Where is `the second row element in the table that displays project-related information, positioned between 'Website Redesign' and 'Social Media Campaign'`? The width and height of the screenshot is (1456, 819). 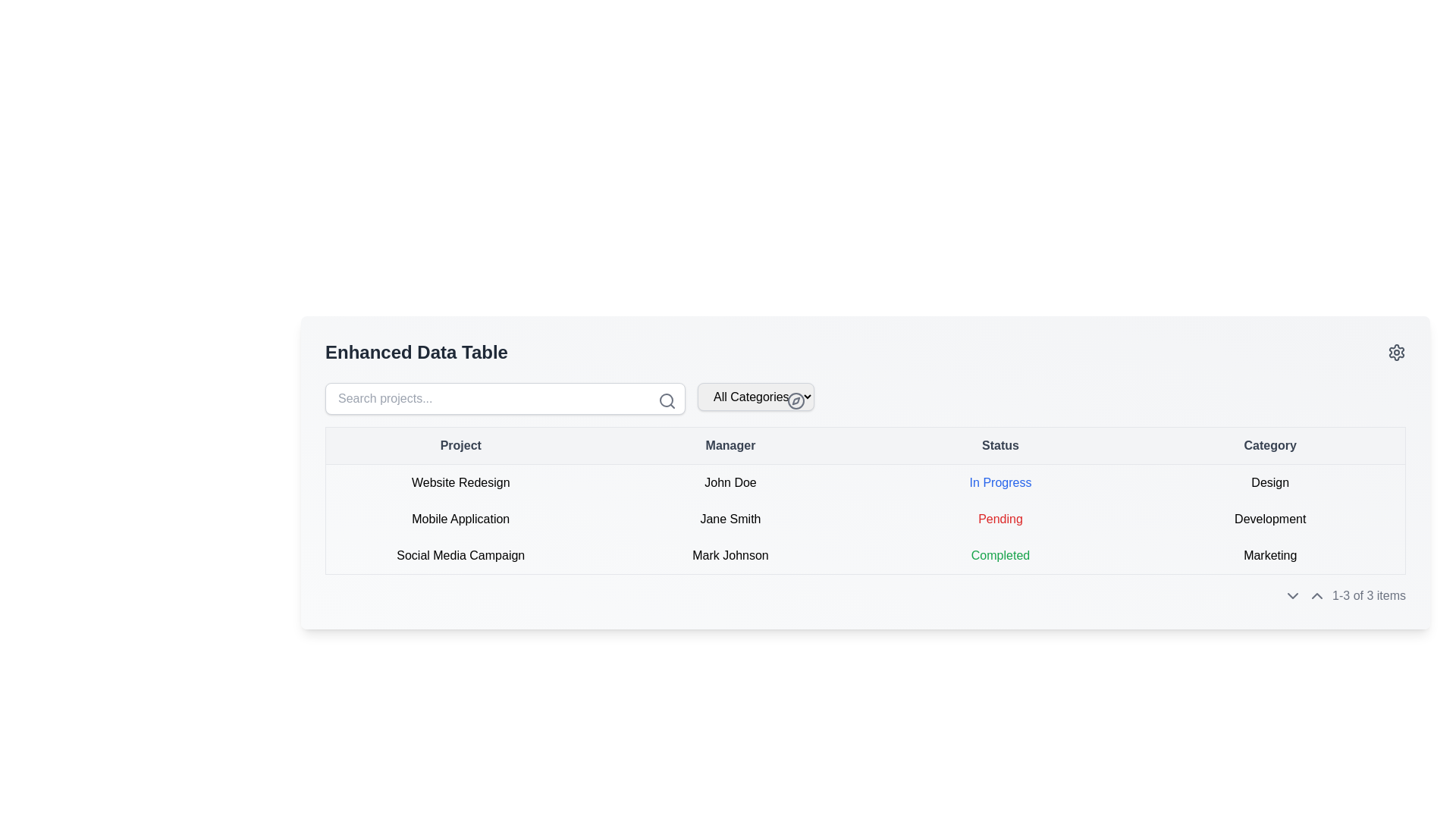 the second row element in the table that displays project-related information, positioned between 'Website Redesign' and 'Social Media Campaign' is located at coordinates (865, 519).